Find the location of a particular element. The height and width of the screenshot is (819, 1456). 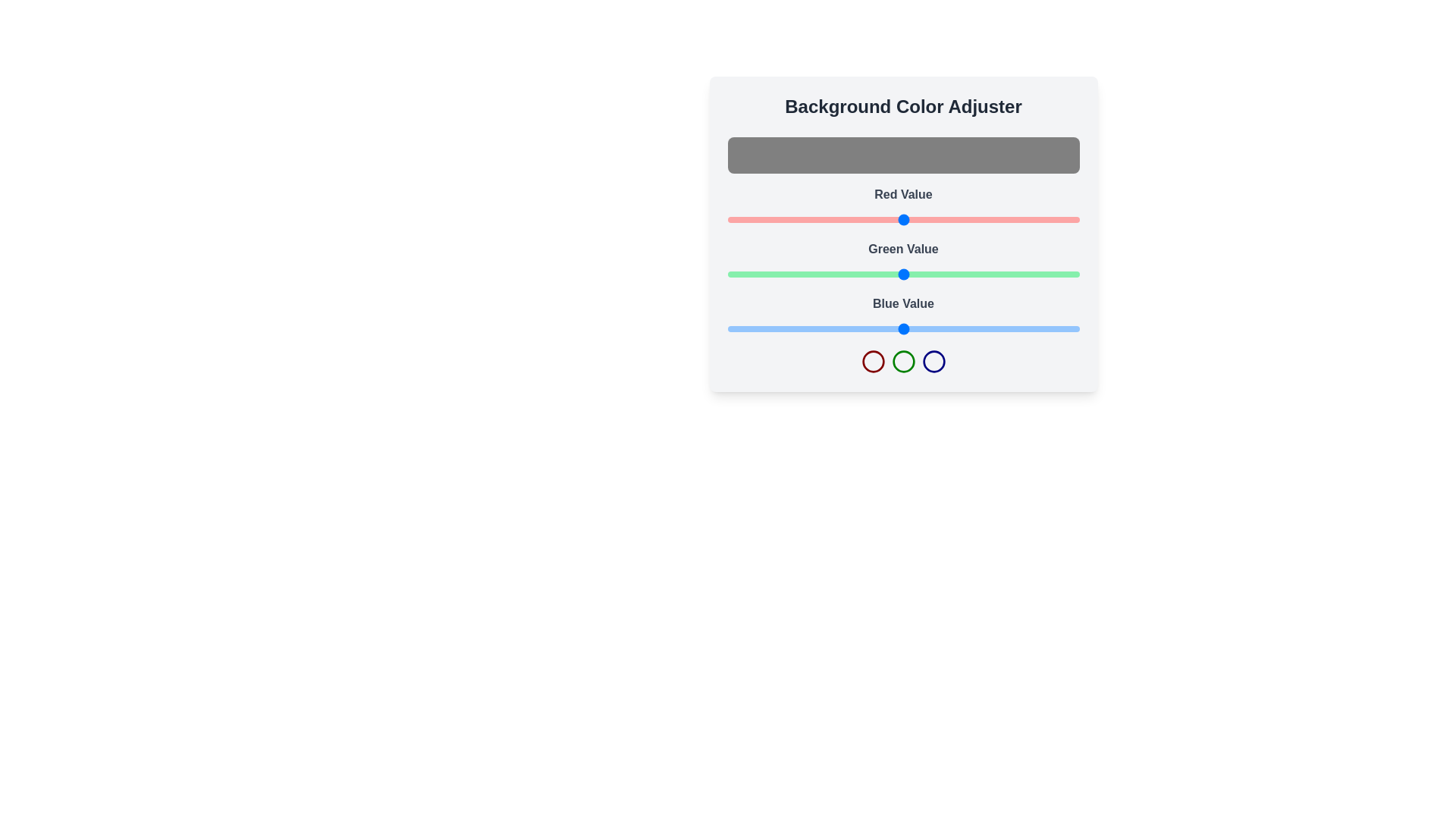

the red color slider to set the red component to 178 is located at coordinates (973, 219).